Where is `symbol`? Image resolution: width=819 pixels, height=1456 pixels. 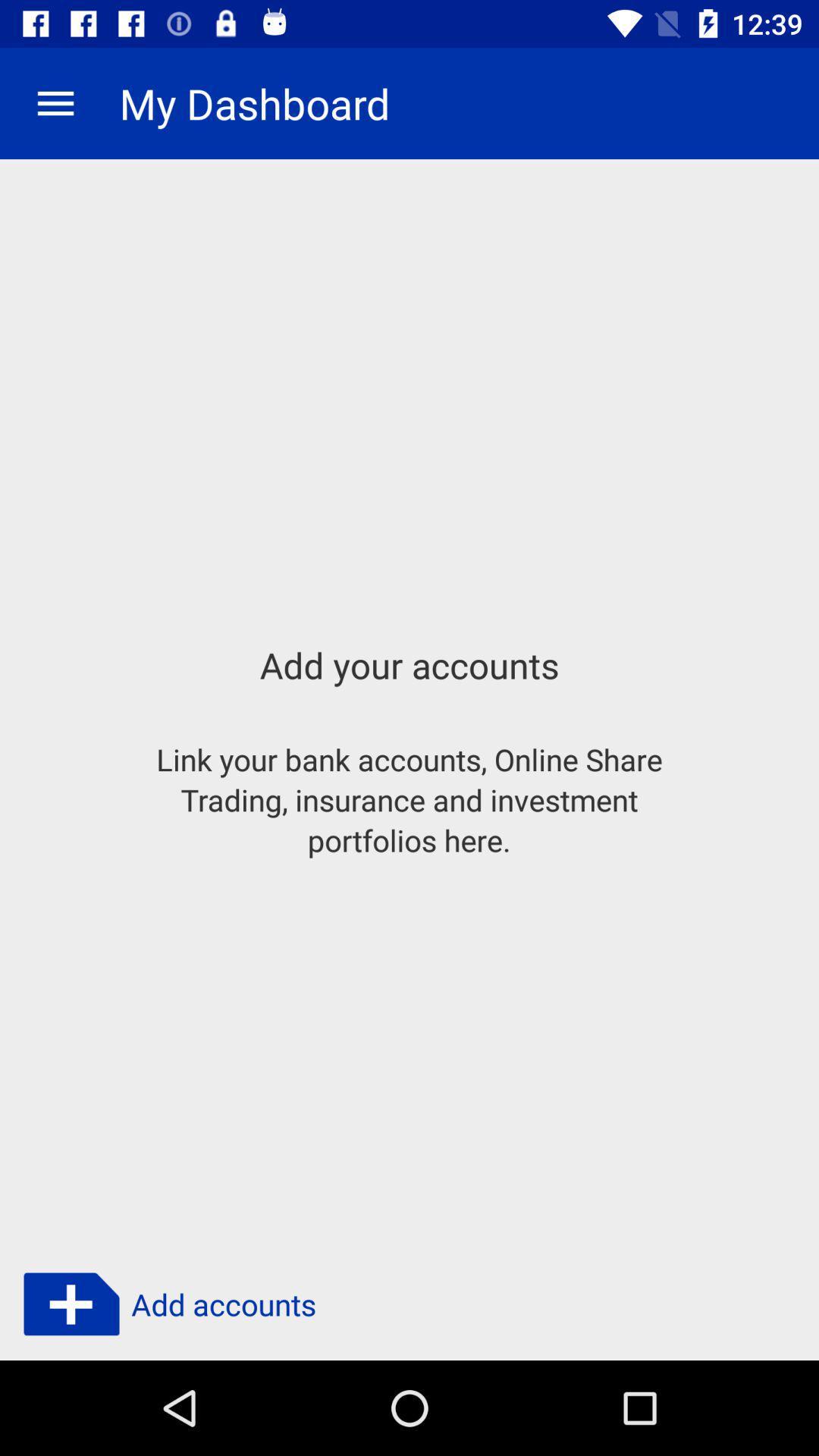 symbol is located at coordinates (71, 1304).